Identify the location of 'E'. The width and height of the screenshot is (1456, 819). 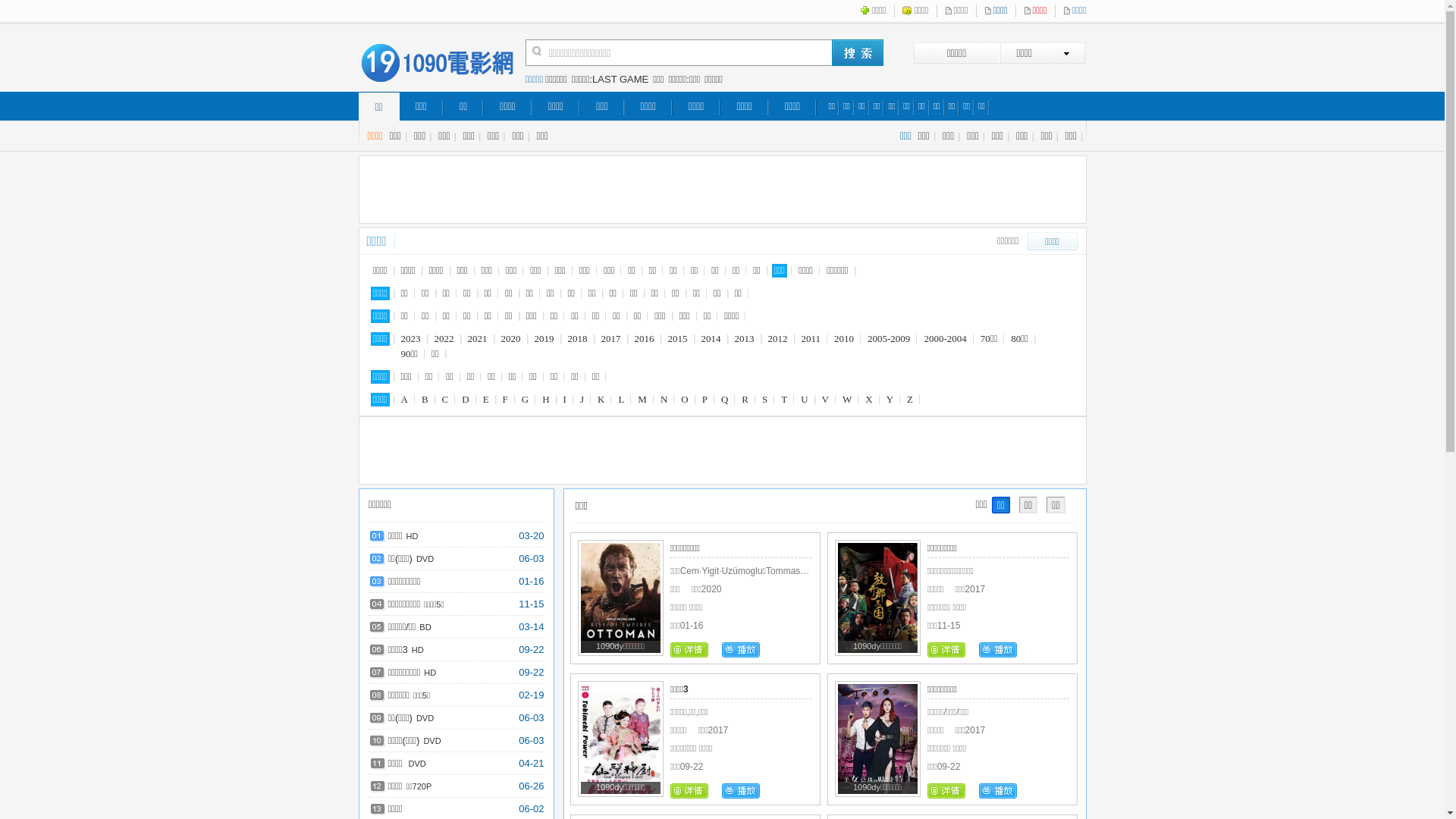
(479, 399).